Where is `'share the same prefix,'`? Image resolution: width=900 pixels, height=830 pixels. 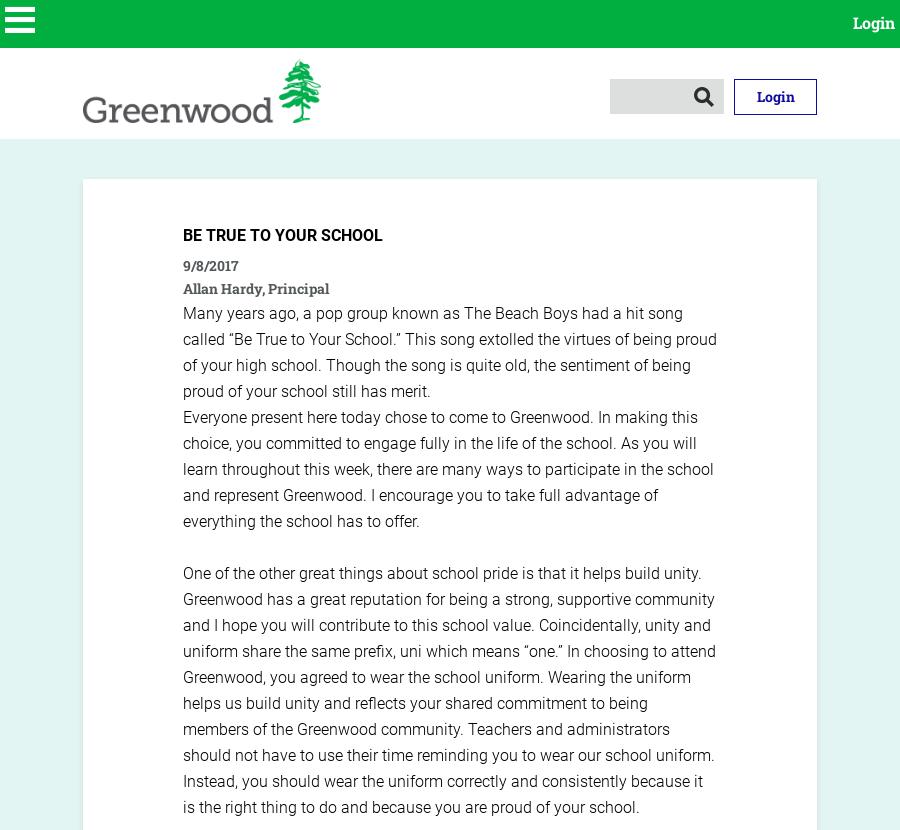 'share the same prefix,' is located at coordinates (320, 649).